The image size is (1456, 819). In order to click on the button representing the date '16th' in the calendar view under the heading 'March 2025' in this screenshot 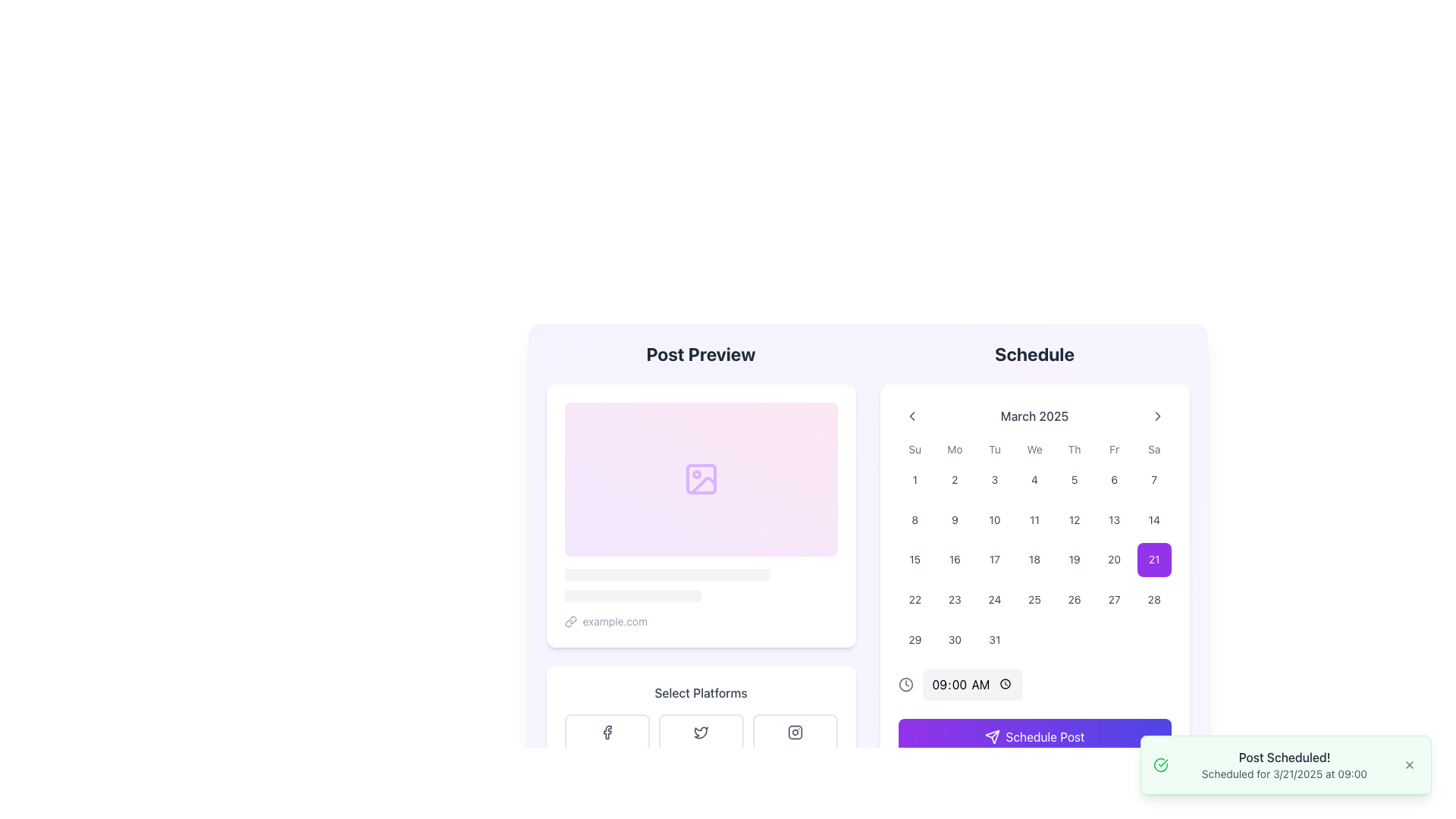, I will do `click(954, 560)`.